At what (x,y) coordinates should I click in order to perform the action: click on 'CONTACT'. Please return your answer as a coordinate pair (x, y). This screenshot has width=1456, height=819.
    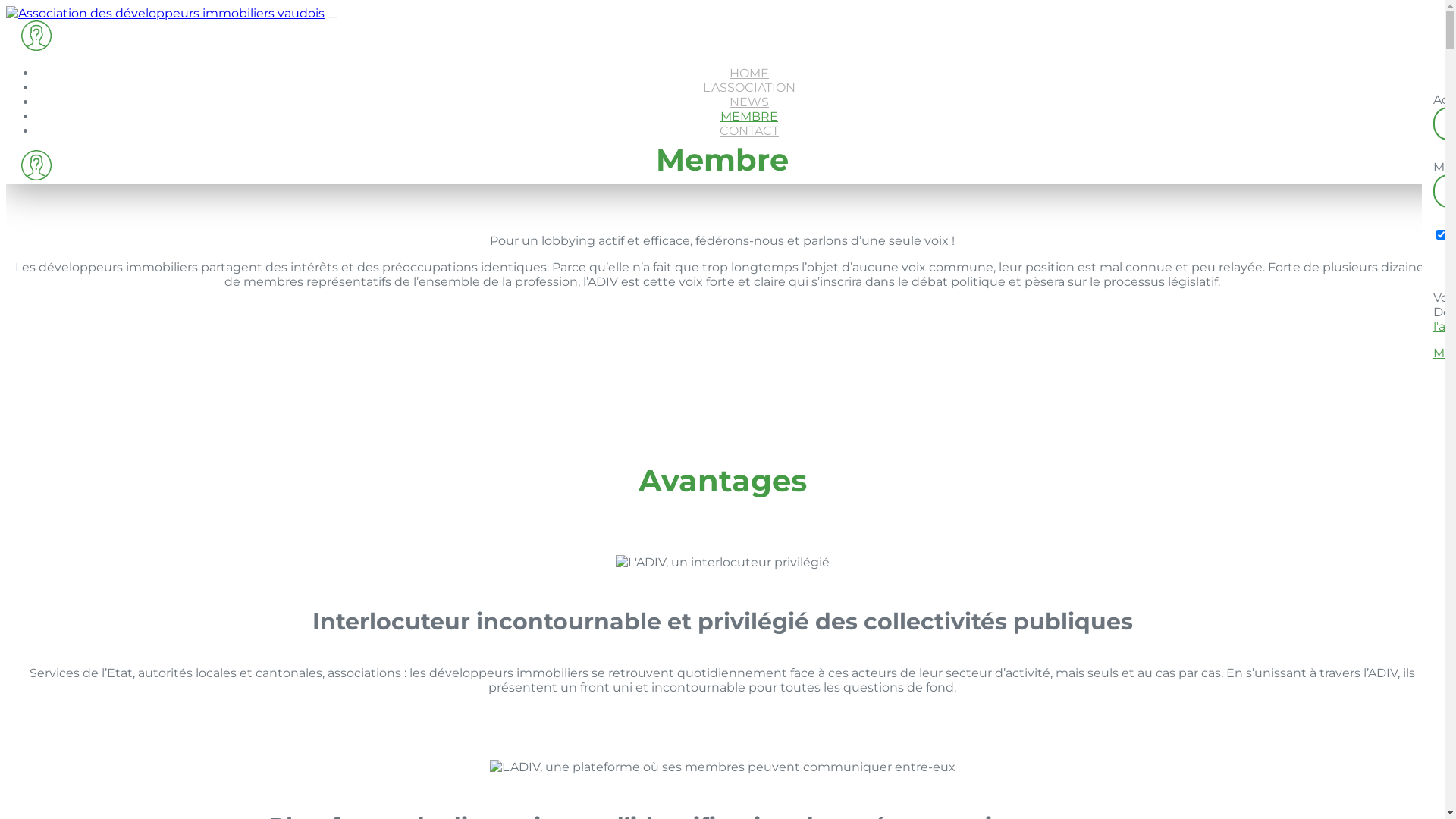
    Looking at the image, I should click on (749, 130).